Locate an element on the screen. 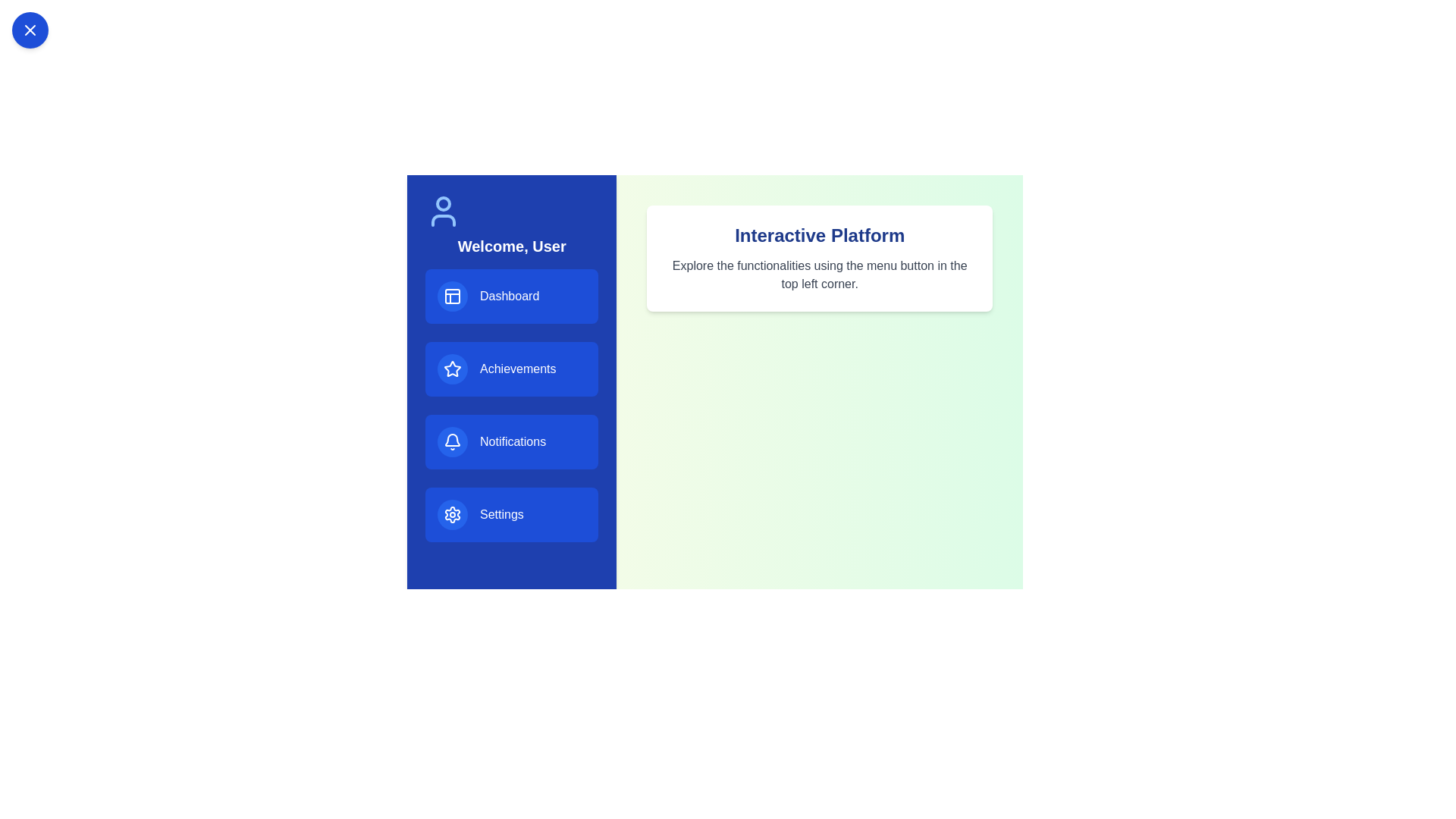 The width and height of the screenshot is (1456, 819). the user profile icon to open the profile options is located at coordinates (443, 211).